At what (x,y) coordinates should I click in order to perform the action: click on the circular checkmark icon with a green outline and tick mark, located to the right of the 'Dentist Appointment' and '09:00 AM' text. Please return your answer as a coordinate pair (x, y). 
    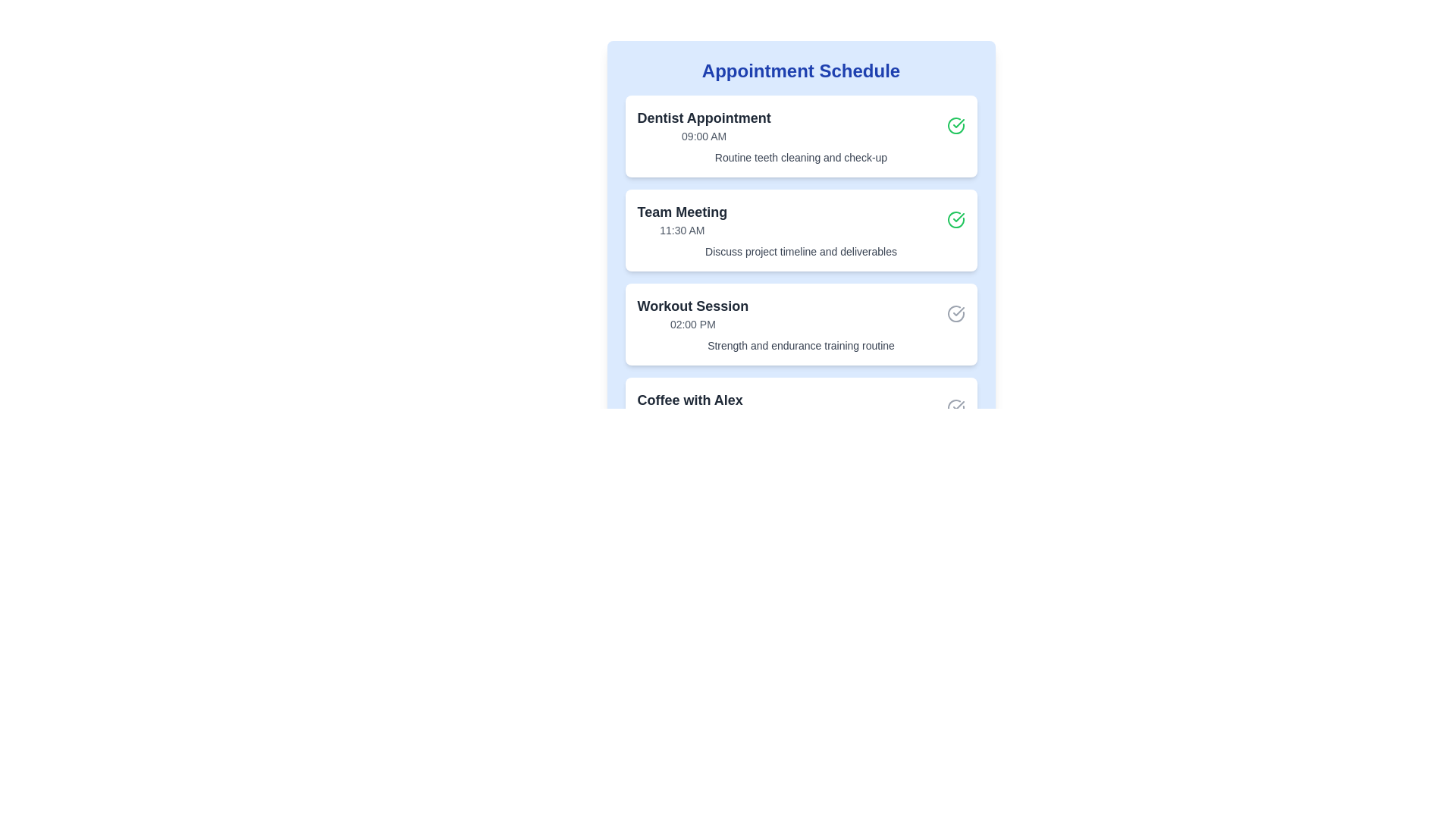
    Looking at the image, I should click on (955, 124).